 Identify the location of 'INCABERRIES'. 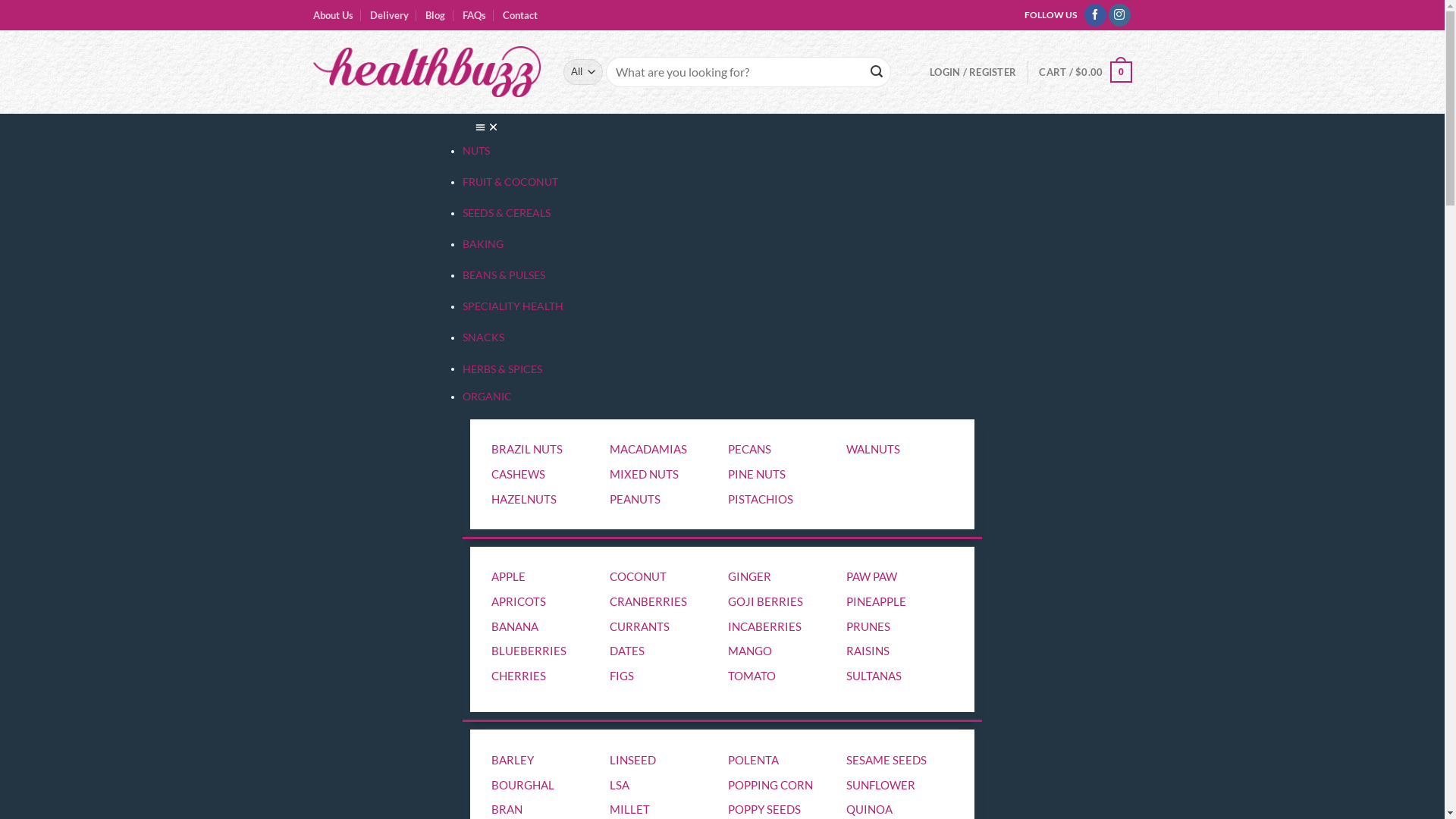
(764, 626).